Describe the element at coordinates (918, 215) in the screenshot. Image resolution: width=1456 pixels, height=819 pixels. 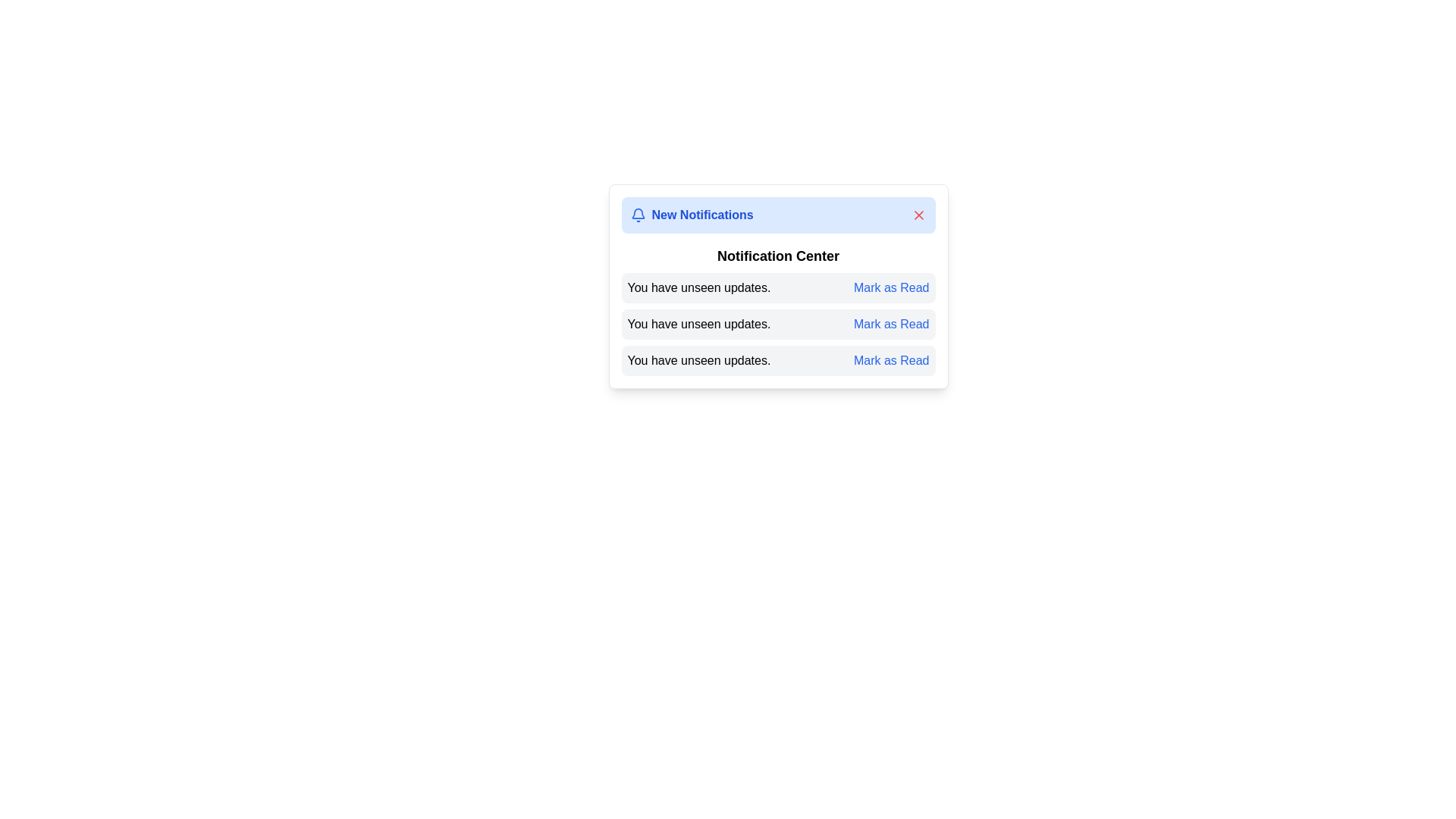
I see `the close button to dismiss the notification alert` at that location.